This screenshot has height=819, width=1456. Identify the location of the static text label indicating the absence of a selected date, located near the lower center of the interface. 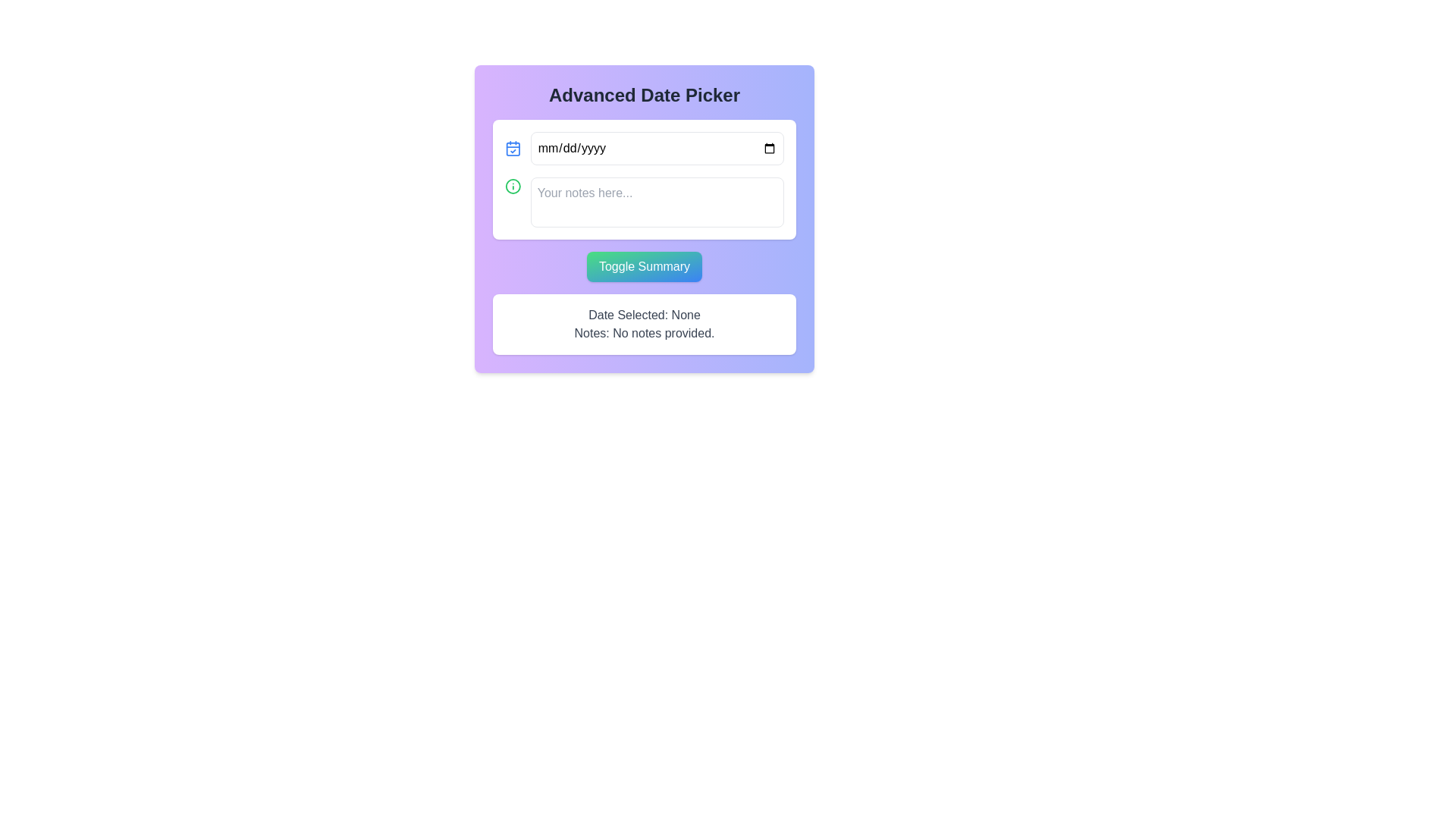
(644, 315).